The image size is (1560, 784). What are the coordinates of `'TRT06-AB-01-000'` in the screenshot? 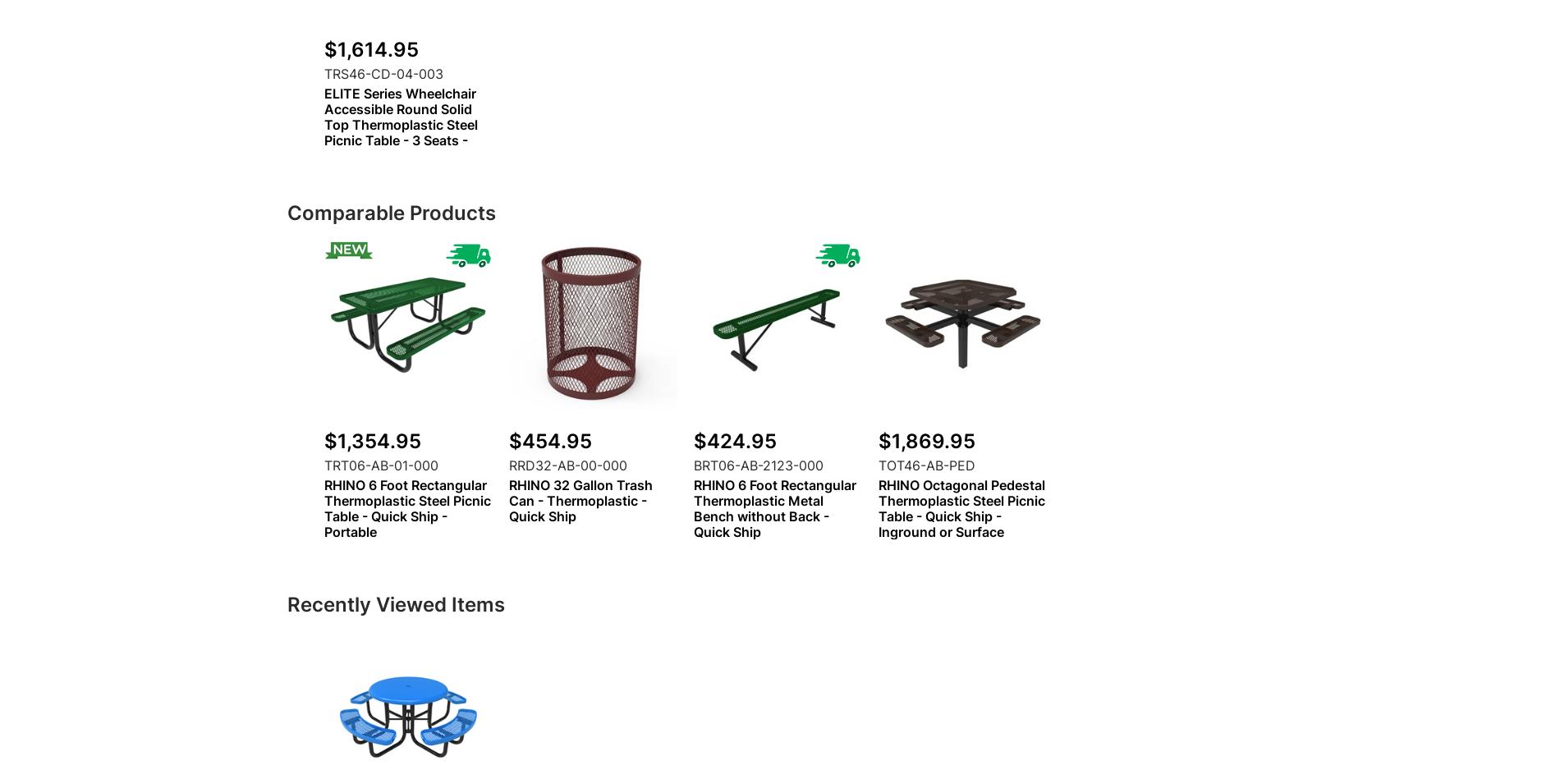 It's located at (380, 465).